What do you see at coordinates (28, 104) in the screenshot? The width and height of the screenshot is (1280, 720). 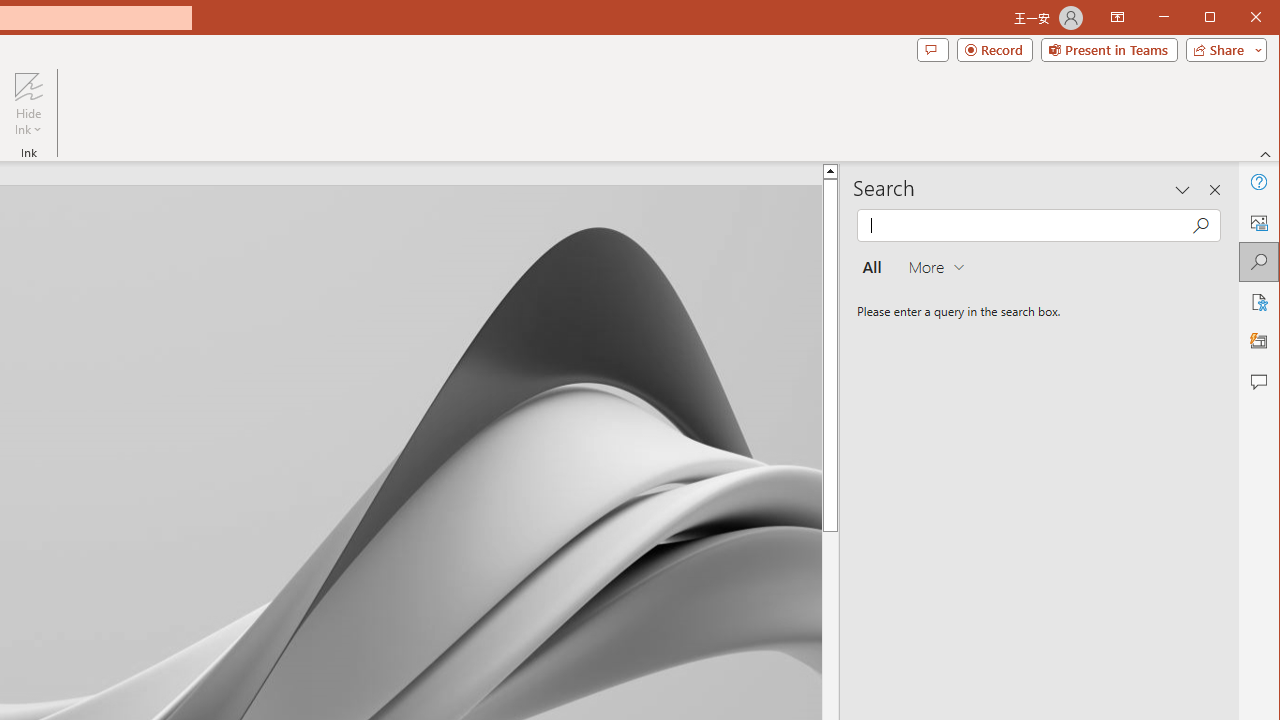 I see `'Hide Ink'` at bounding box center [28, 104].